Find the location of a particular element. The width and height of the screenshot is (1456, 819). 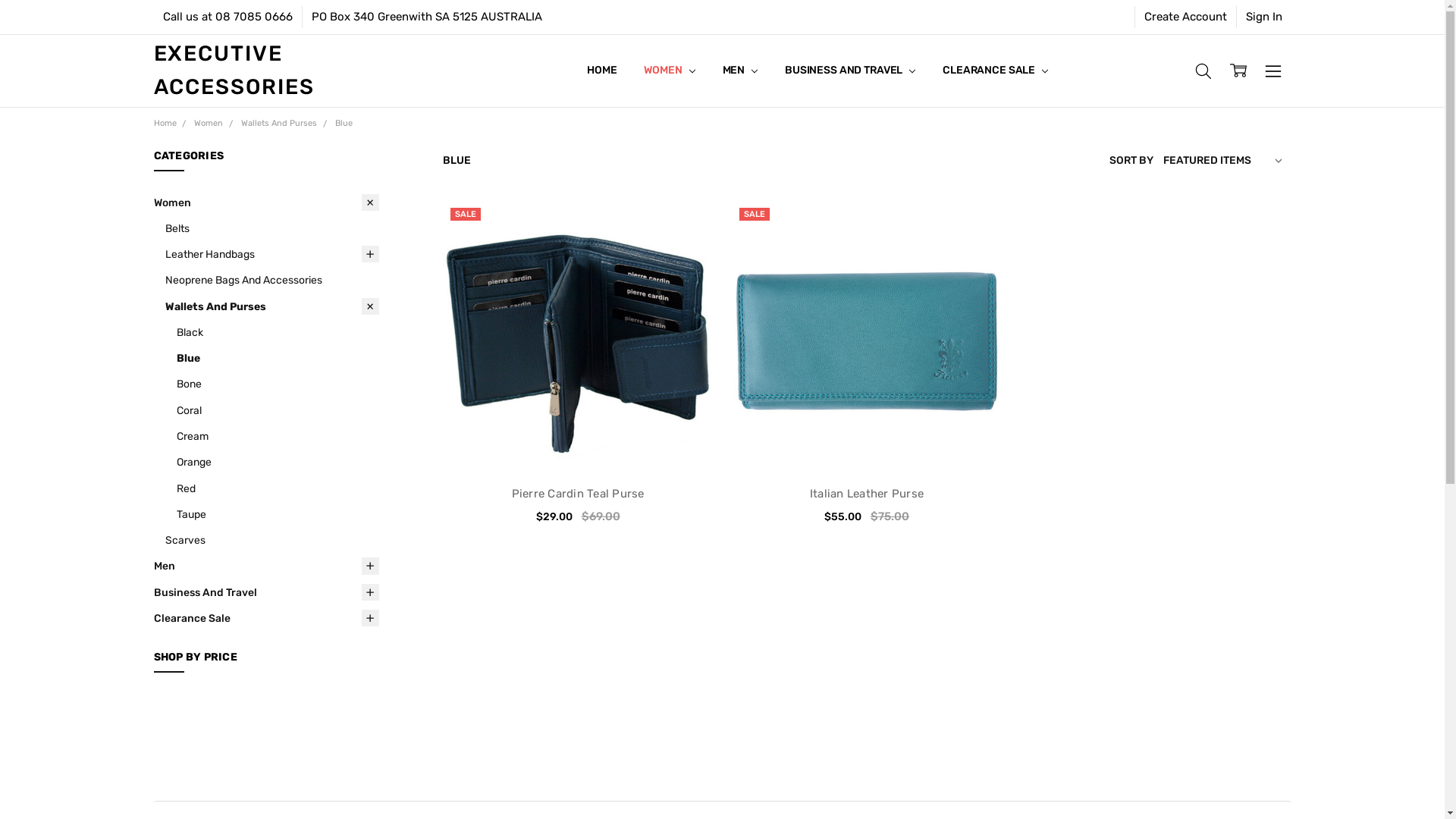

'Wallets And Purses' is located at coordinates (279, 122).